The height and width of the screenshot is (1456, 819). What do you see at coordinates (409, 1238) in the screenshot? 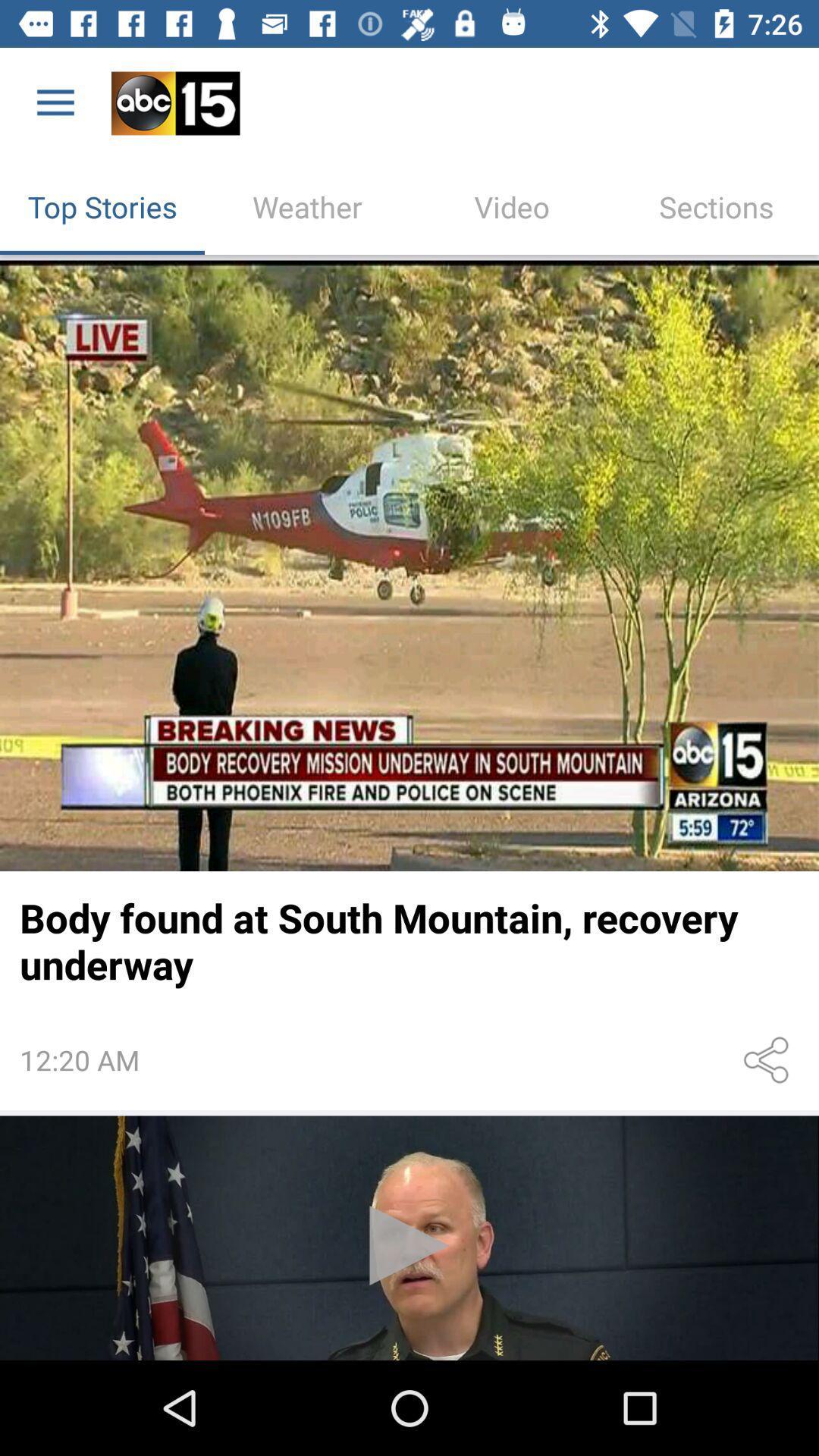
I see `video` at bounding box center [409, 1238].